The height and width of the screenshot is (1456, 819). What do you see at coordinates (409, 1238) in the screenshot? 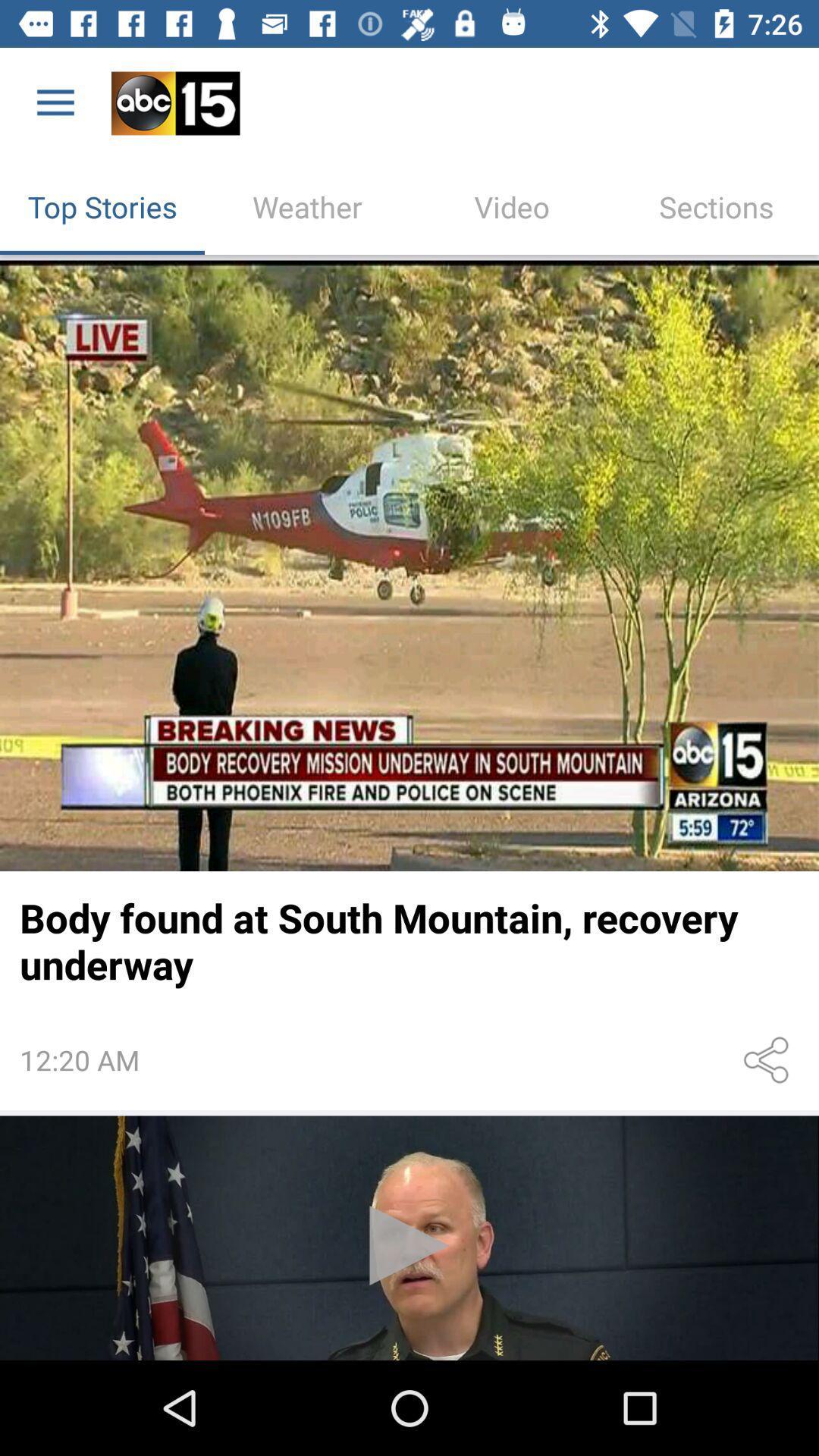
I see `video` at bounding box center [409, 1238].